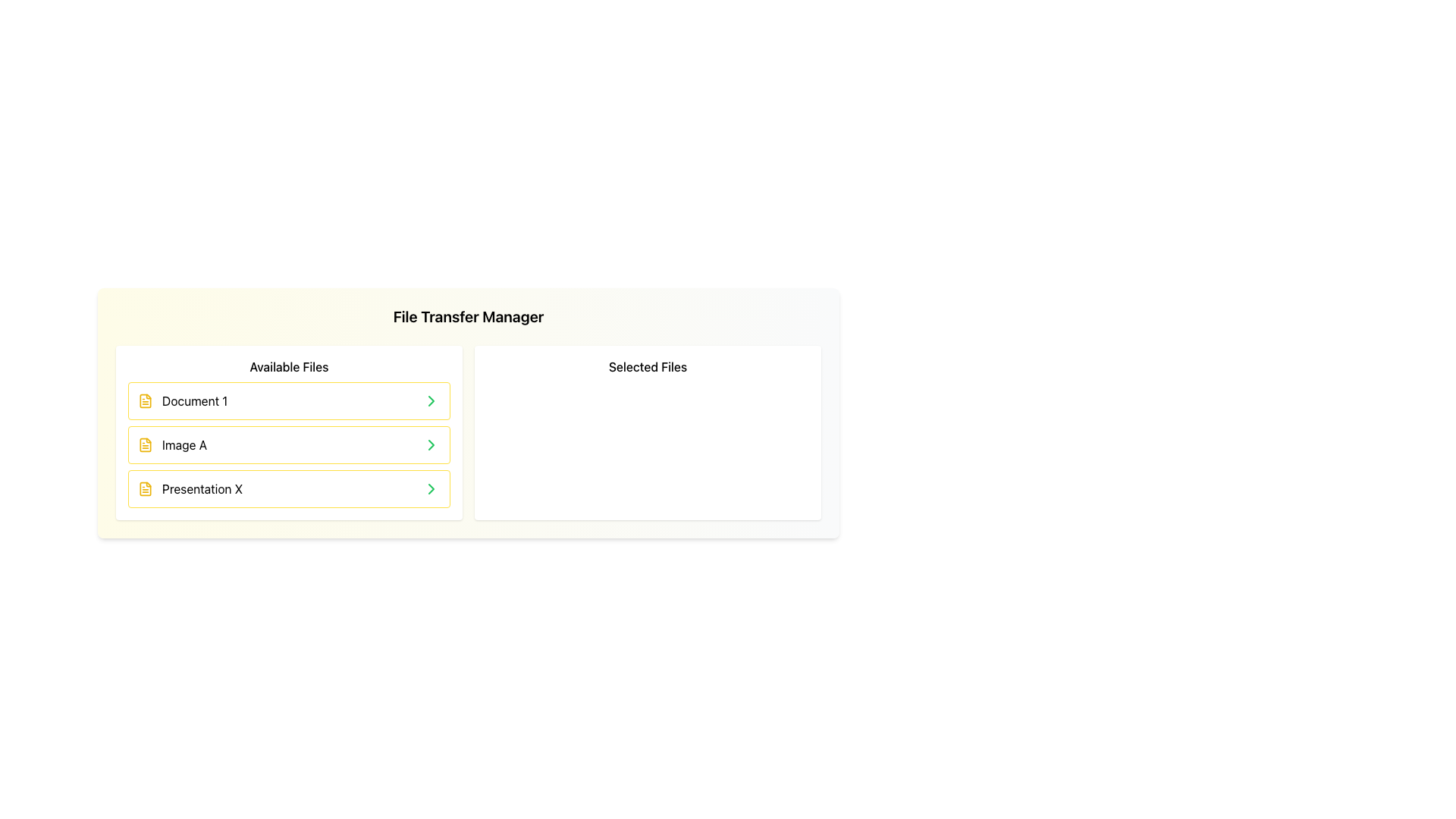 The height and width of the screenshot is (819, 1456). Describe the element at coordinates (289, 400) in the screenshot. I see `the first list item labeled 'Document 1' in the 'Available Files' section of the 'File Transfer Manager' interface` at that location.